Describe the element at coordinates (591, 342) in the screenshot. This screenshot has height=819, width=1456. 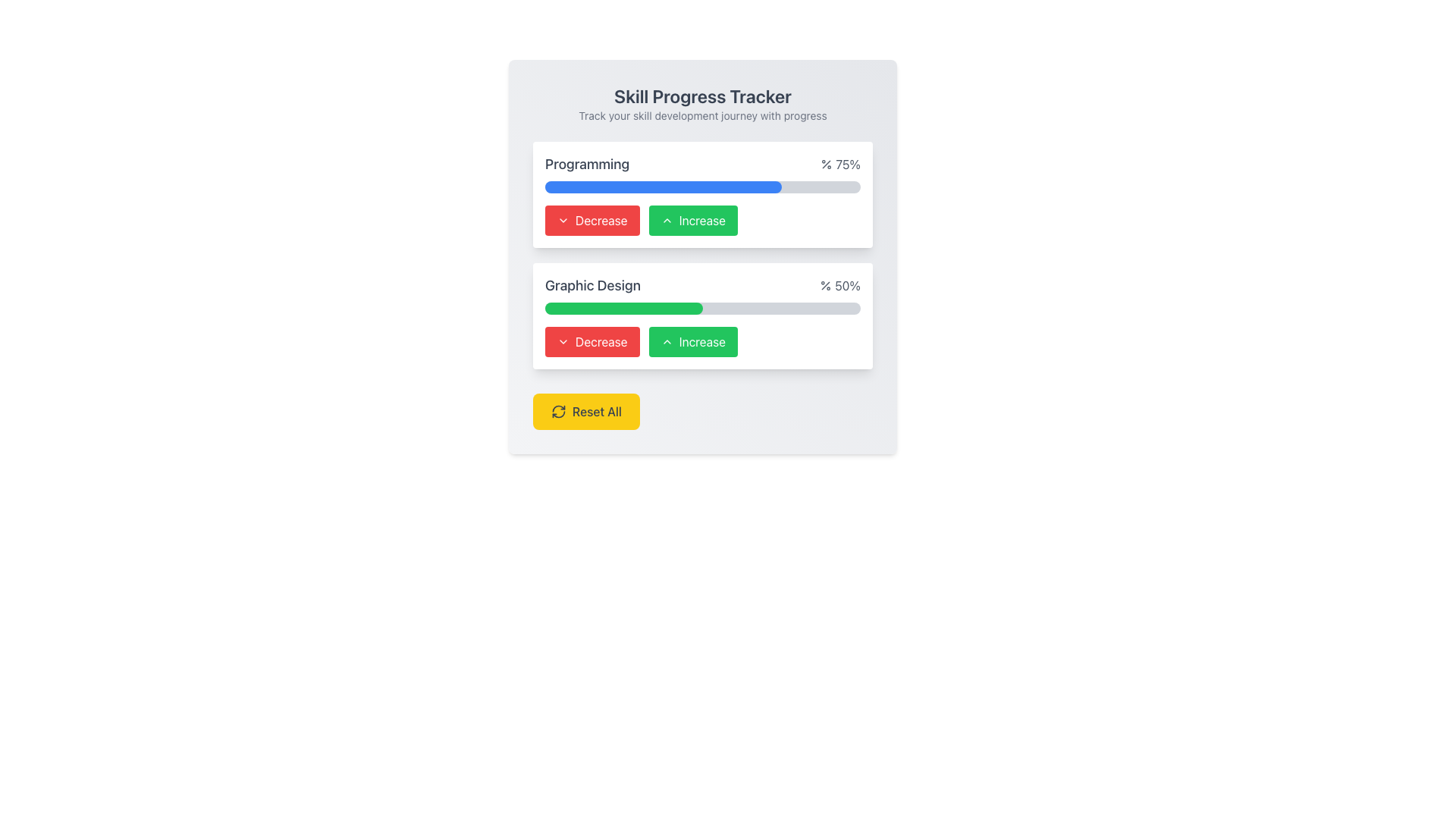
I see `the red 'Decrease' button with rounded corners, which has a white chevron icon and is located under the 'Programming' label` at that location.